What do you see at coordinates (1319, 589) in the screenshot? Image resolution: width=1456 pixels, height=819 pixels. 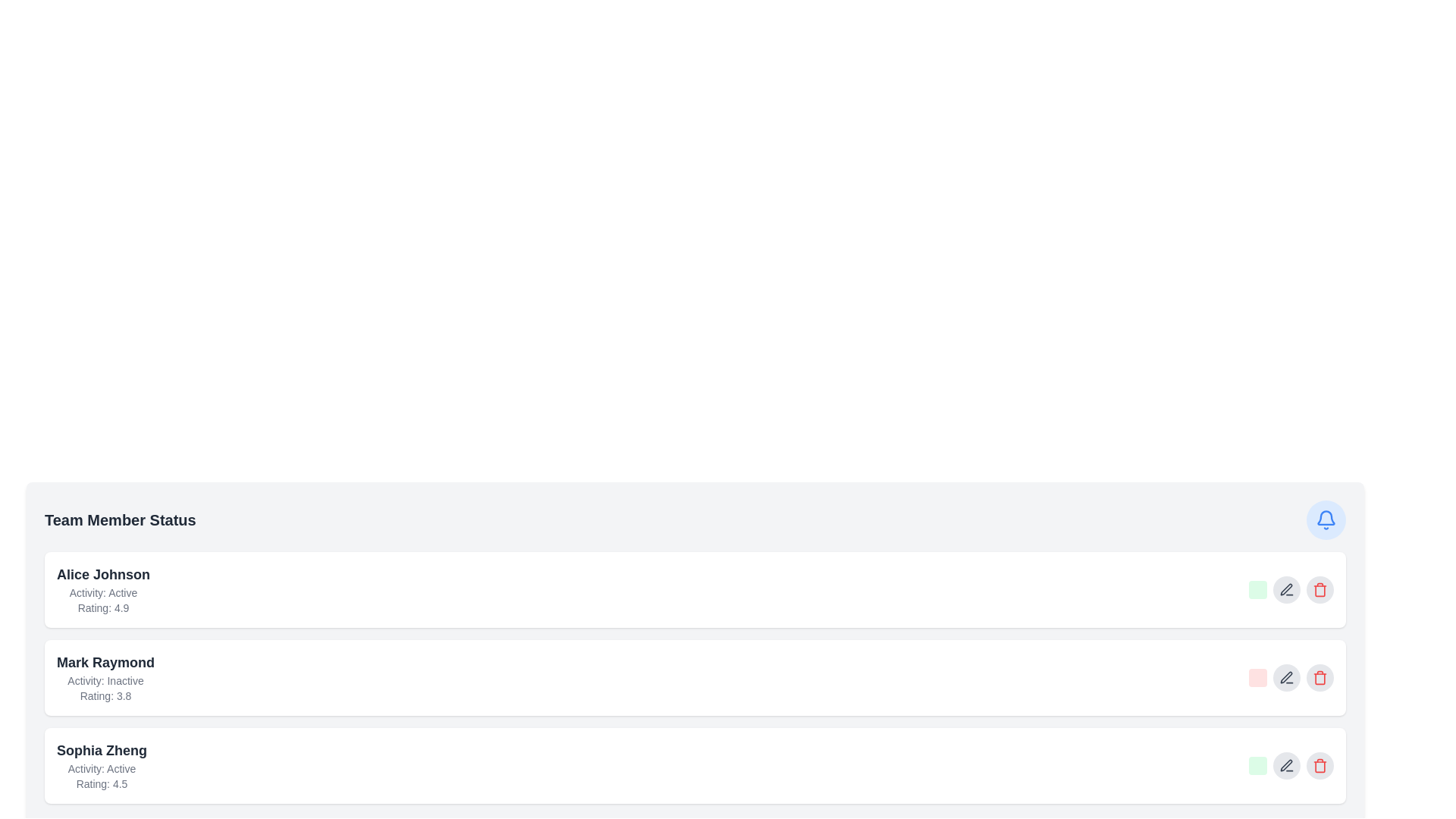 I see `the circular button with a gray background and red border, which contains a red trash can icon` at bounding box center [1319, 589].